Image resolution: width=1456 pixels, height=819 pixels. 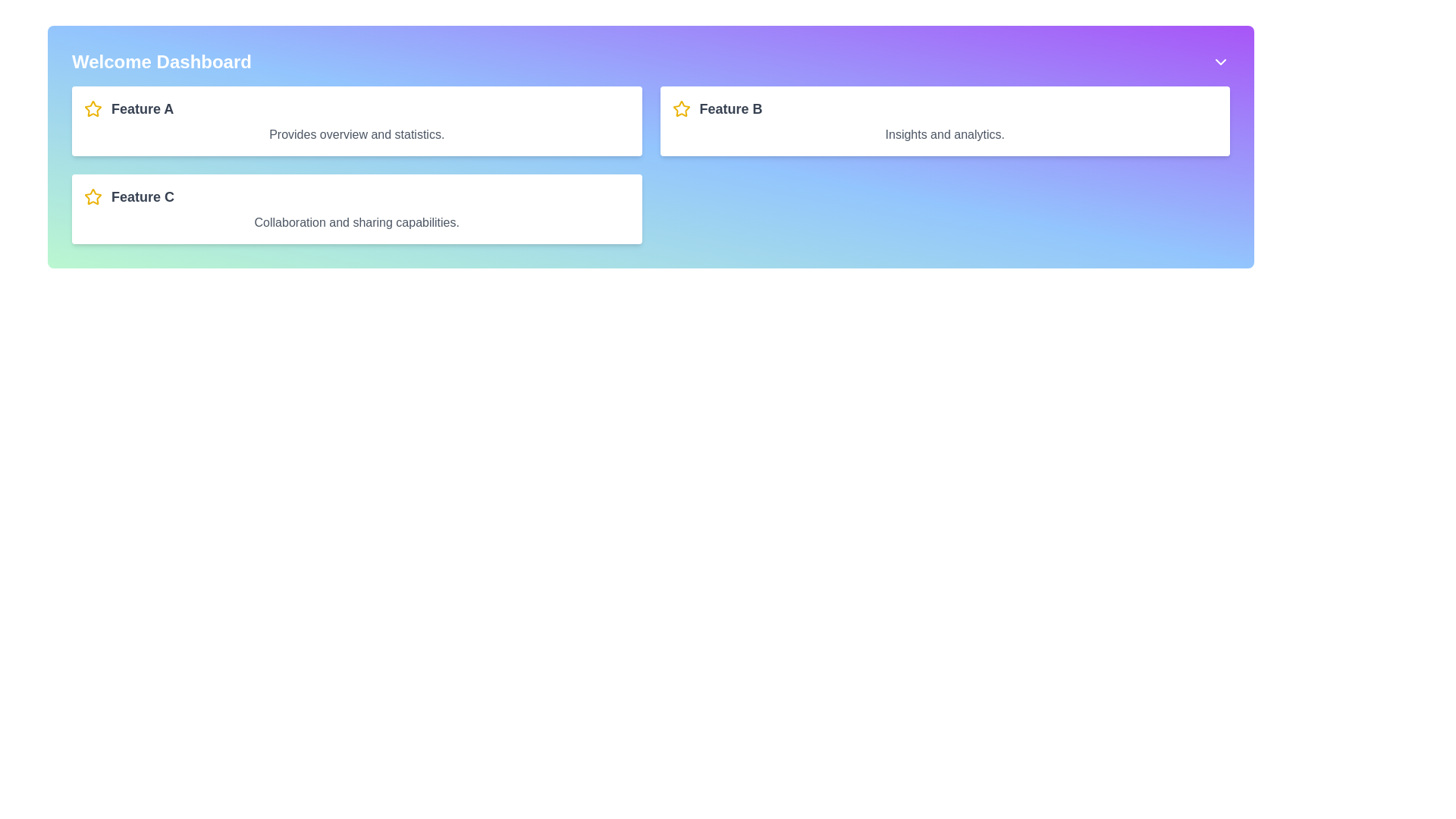 I want to click on text label that serves as the title for the second panel, located to the right of the star icon, so click(x=143, y=196).